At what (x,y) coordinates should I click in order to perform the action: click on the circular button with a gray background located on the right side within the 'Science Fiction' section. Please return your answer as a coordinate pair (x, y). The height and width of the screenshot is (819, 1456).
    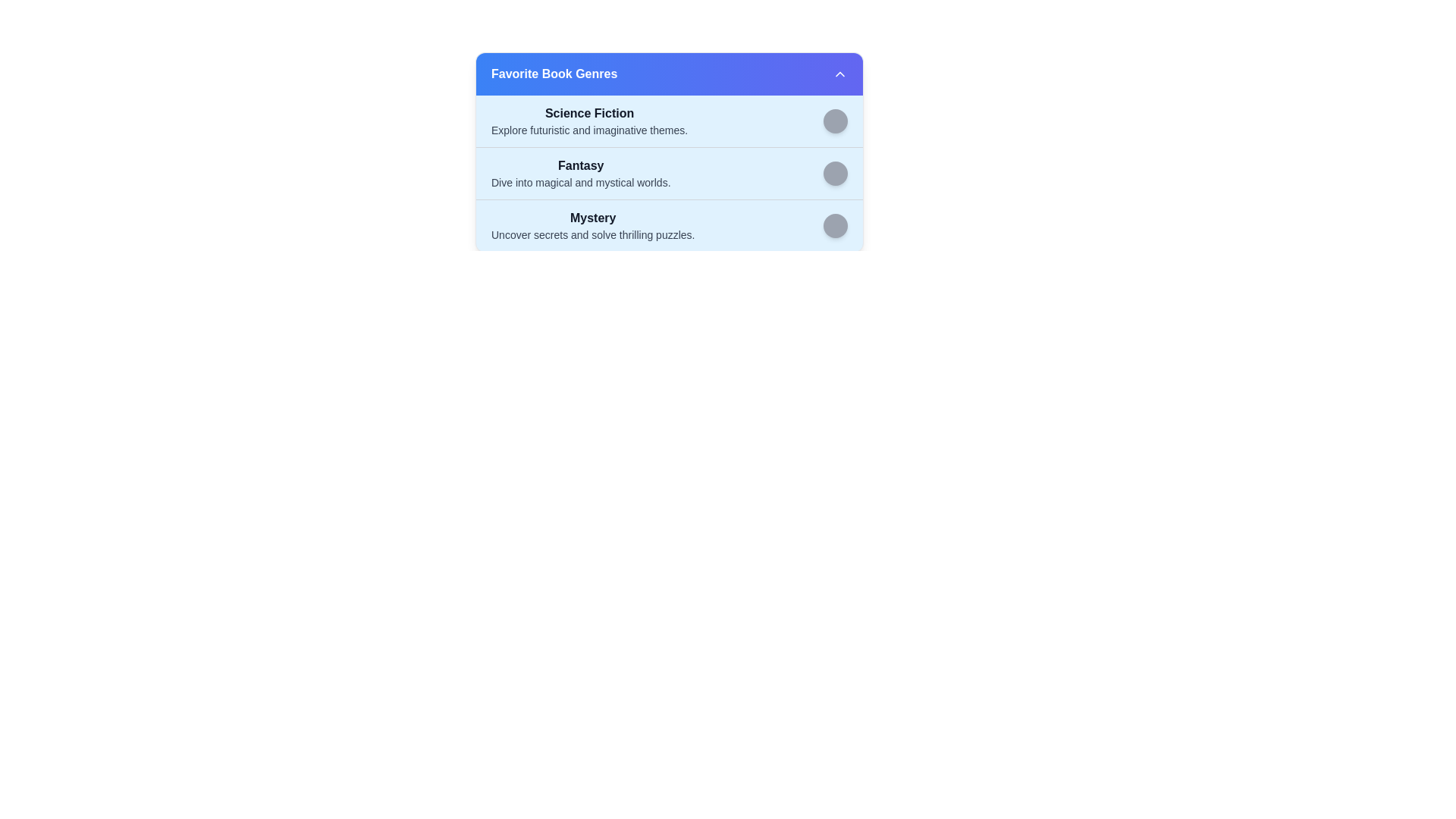
    Looking at the image, I should click on (835, 120).